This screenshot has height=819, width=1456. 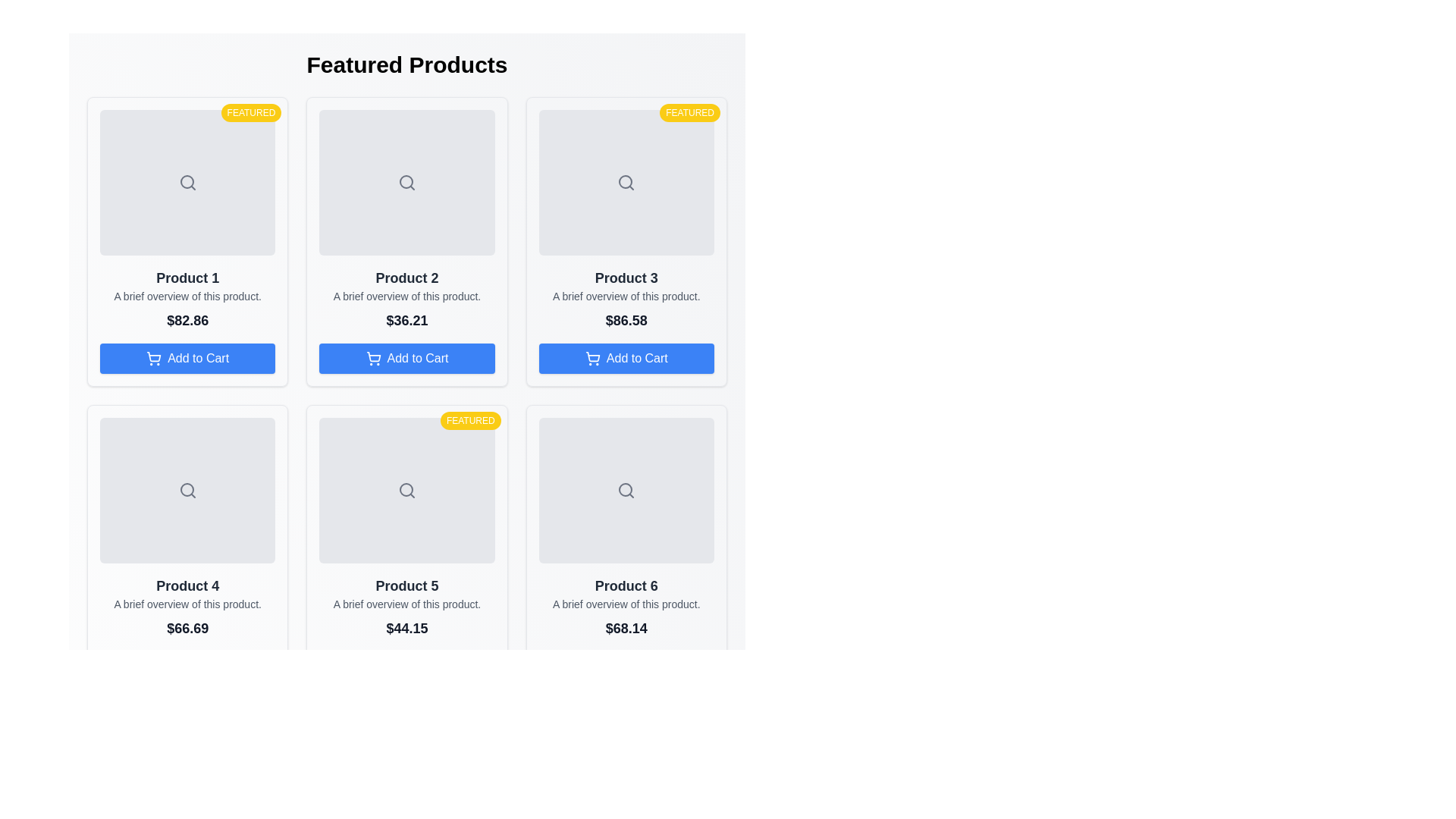 What do you see at coordinates (251, 112) in the screenshot?
I see `the prominent yellow label with rounded edges and white uppercase text reading 'FEATURED', located in the upper-right corner of the 'Product 1' component` at bounding box center [251, 112].